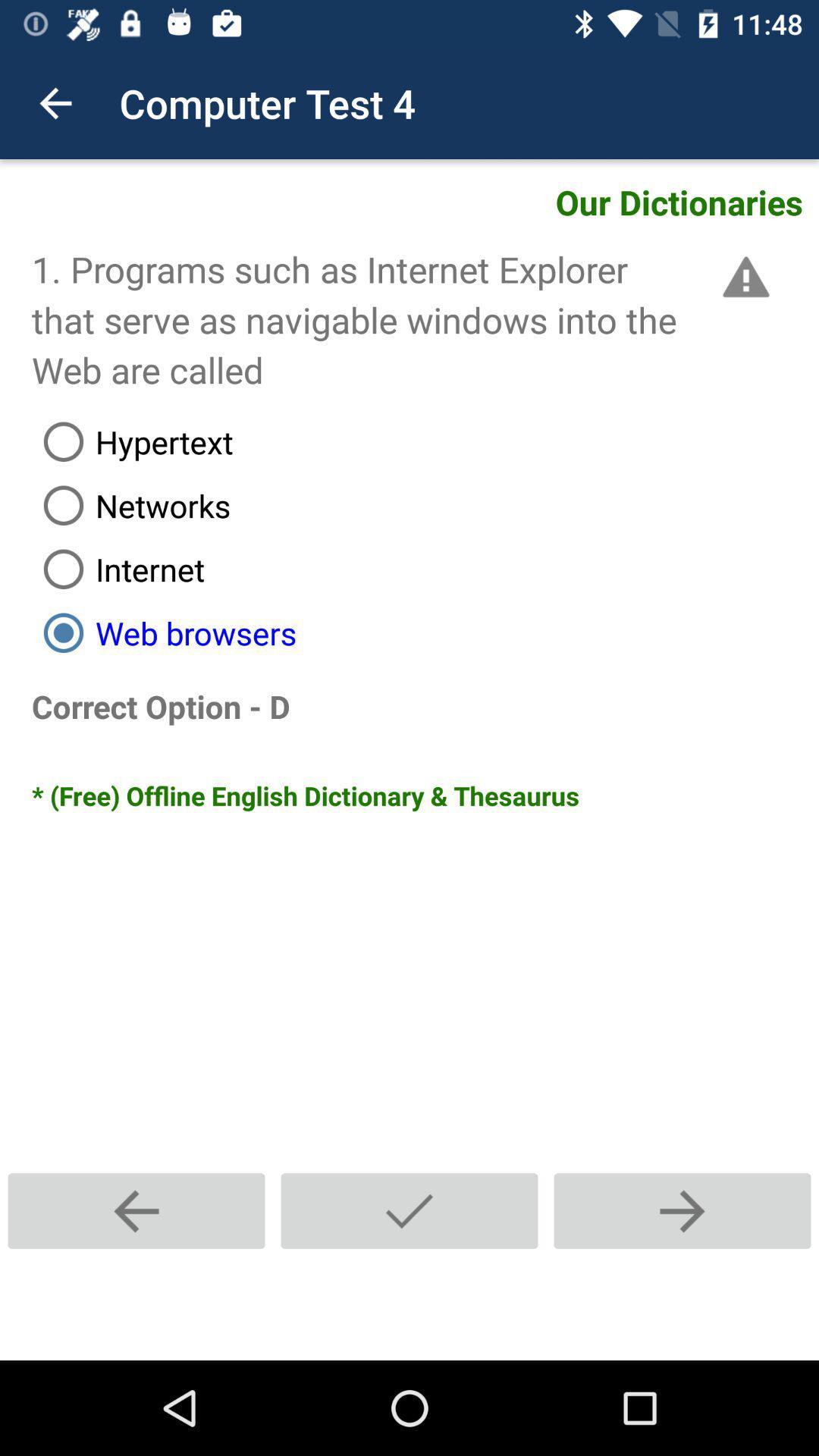 The height and width of the screenshot is (1456, 819). Describe the element at coordinates (681, 1210) in the screenshot. I see `the add icon` at that location.